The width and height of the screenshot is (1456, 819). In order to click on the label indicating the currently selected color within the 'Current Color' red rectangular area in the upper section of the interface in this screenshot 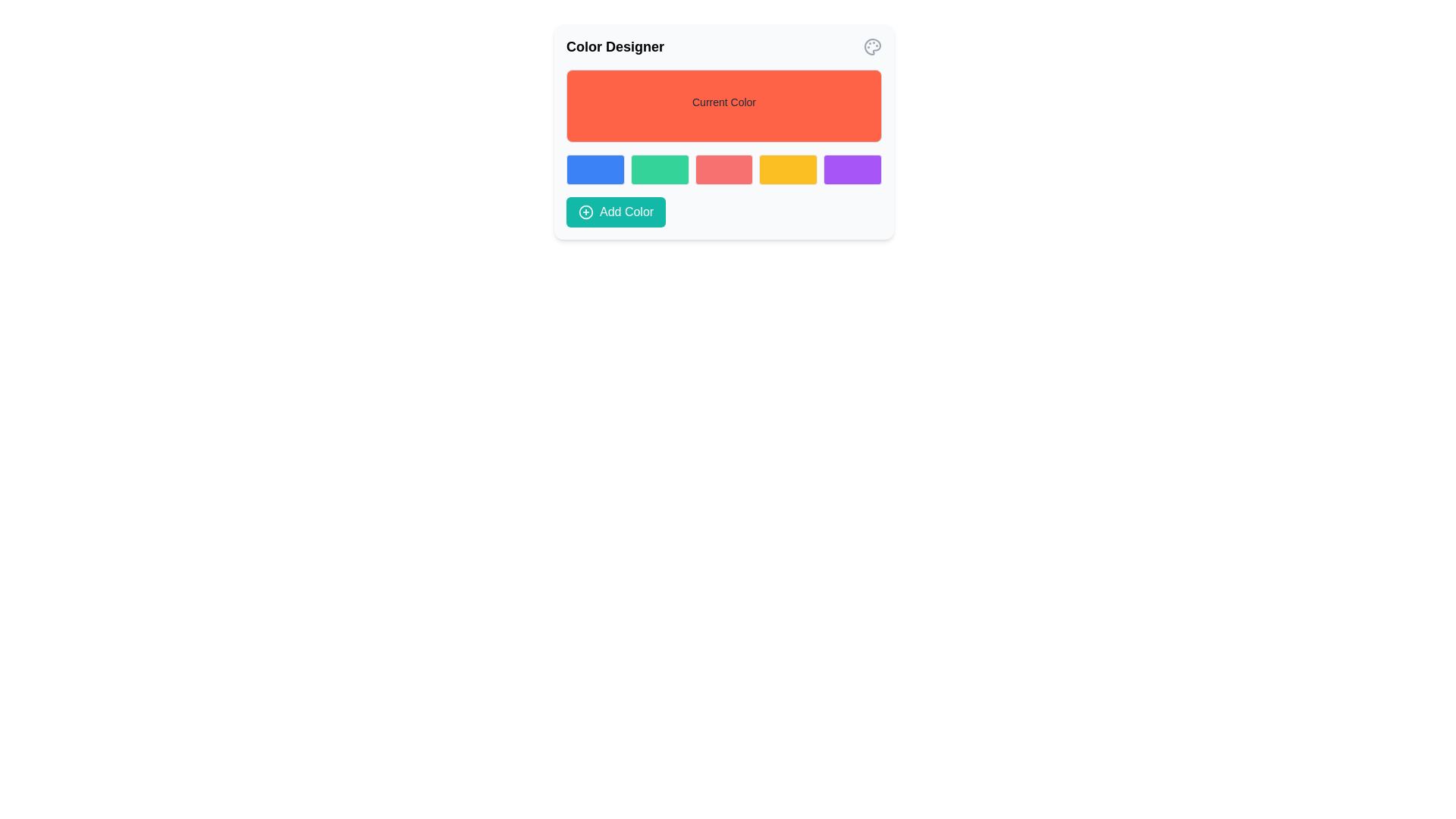, I will do `click(723, 102)`.